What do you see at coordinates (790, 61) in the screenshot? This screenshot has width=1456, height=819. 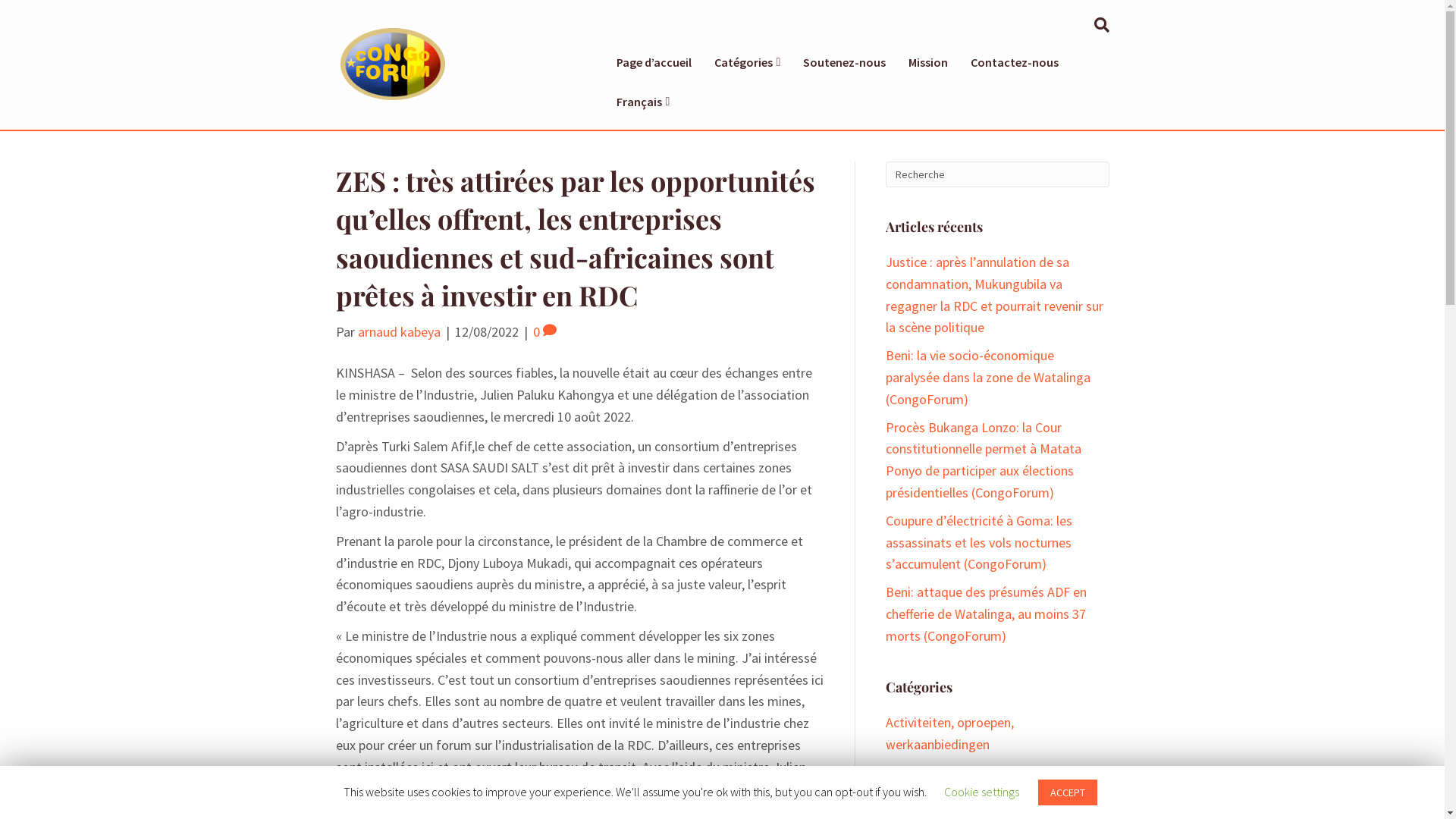 I see `'Soutenez-nous'` at bounding box center [790, 61].